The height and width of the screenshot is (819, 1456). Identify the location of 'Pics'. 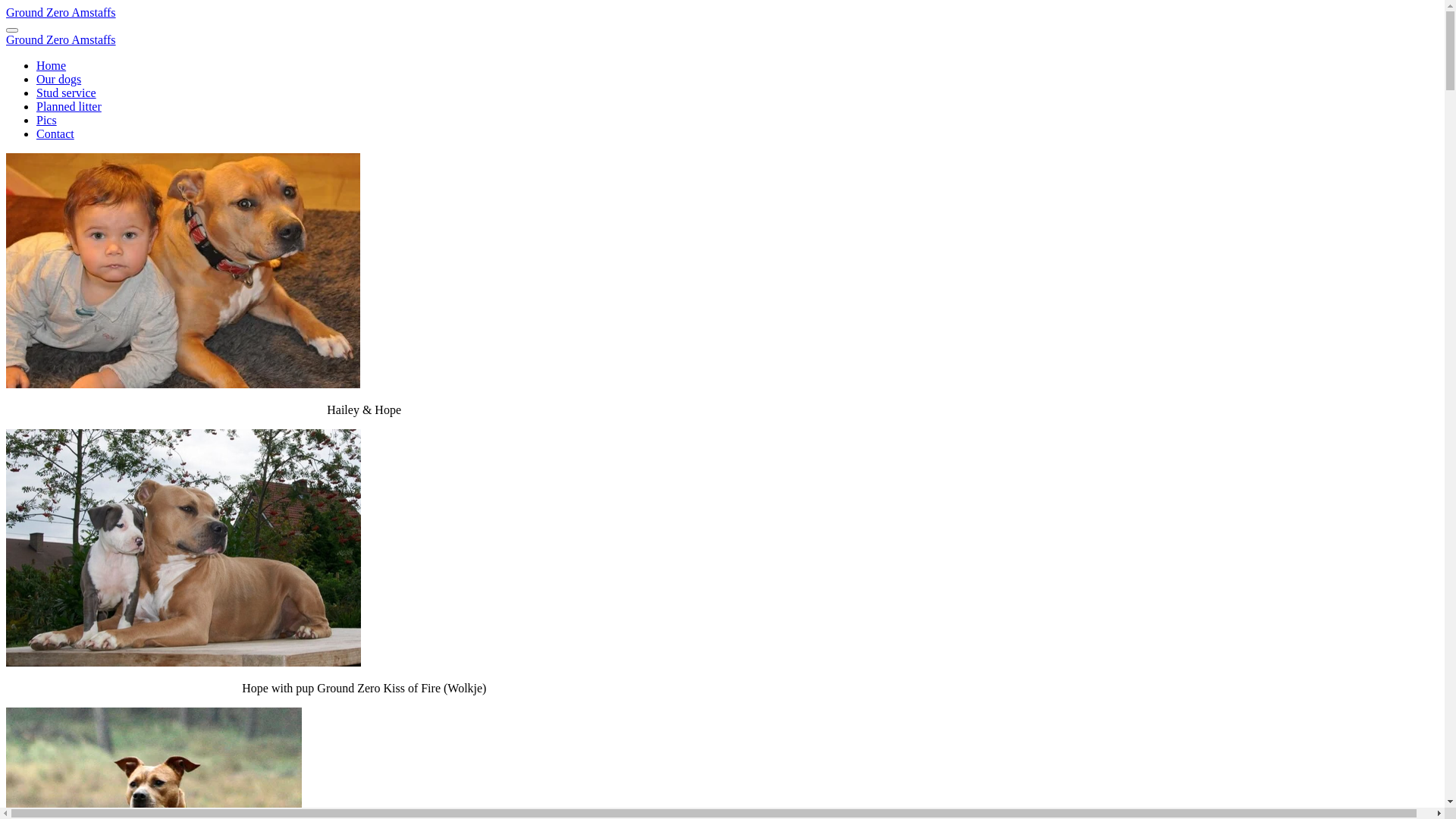
(46, 119).